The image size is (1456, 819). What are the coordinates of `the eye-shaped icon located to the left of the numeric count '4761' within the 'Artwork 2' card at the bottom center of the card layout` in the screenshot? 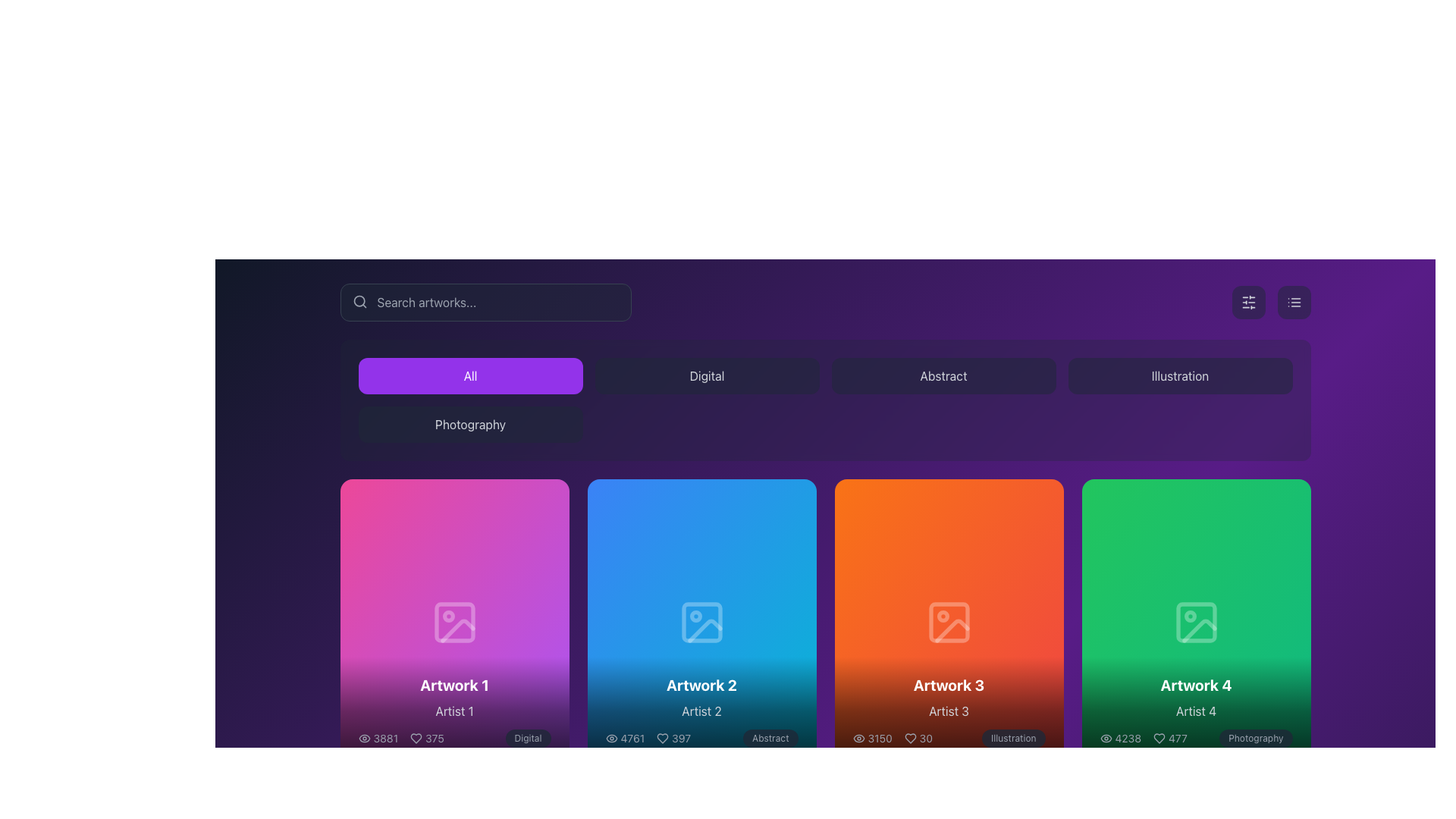 It's located at (611, 737).